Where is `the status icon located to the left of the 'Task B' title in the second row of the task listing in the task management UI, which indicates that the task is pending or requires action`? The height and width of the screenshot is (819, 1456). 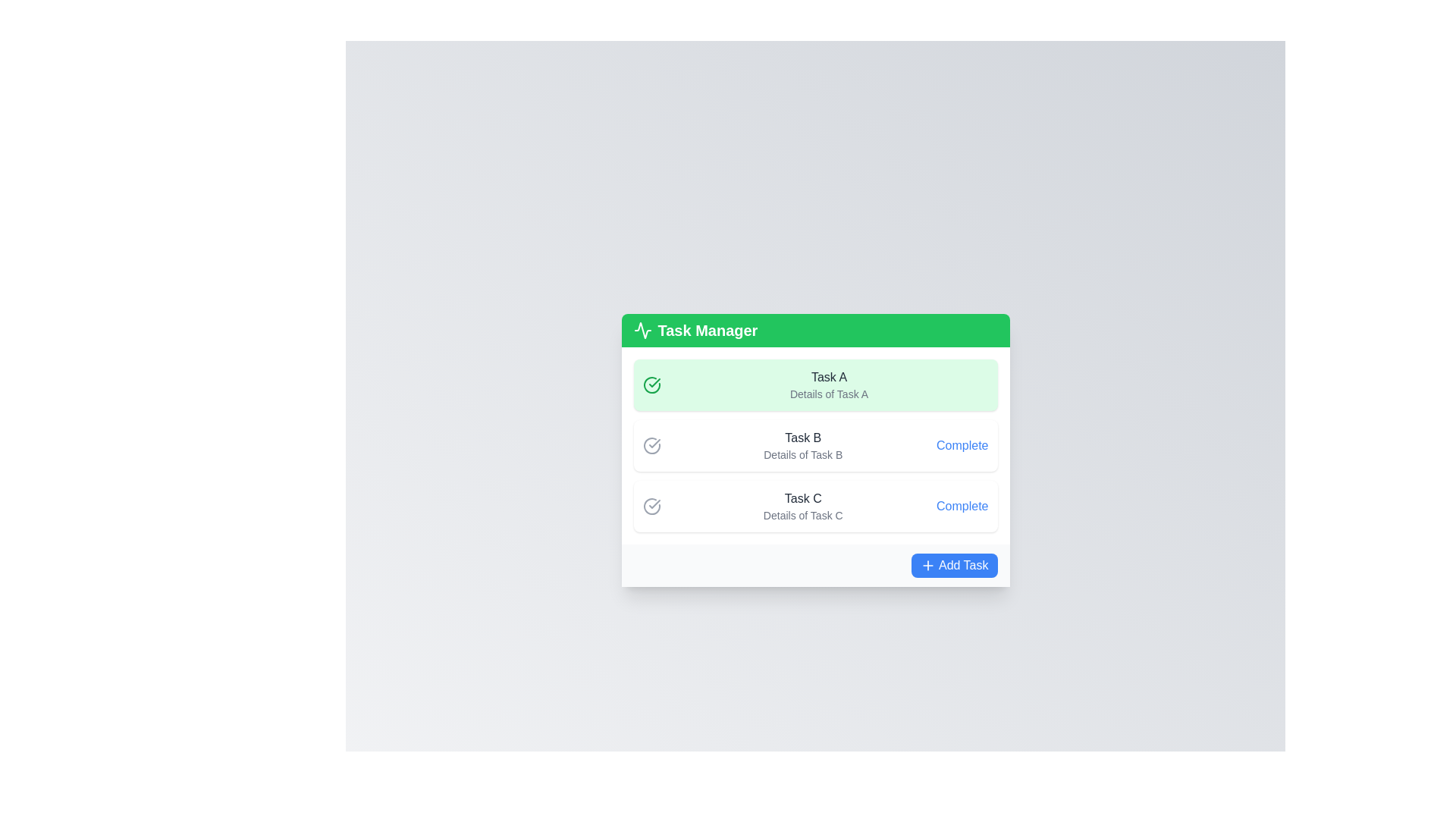 the status icon located to the left of the 'Task B' title in the second row of the task listing in the task management UI, which indicates that the task is pending or requires action is located at coordinates (651, 444).